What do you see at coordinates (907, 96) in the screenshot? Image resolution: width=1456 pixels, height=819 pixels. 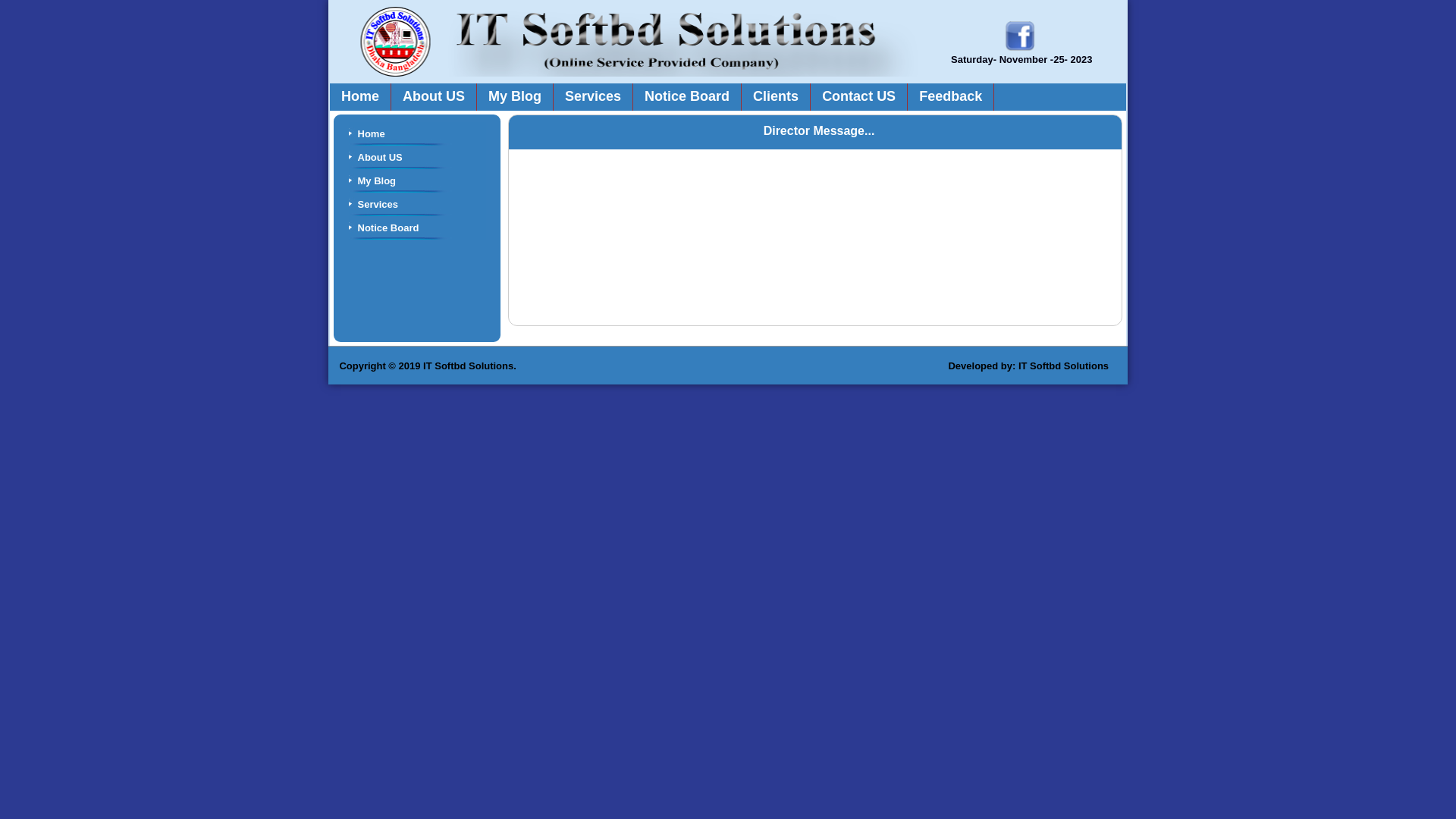 I see `'Feedback'` at bounding box center [907, 96].